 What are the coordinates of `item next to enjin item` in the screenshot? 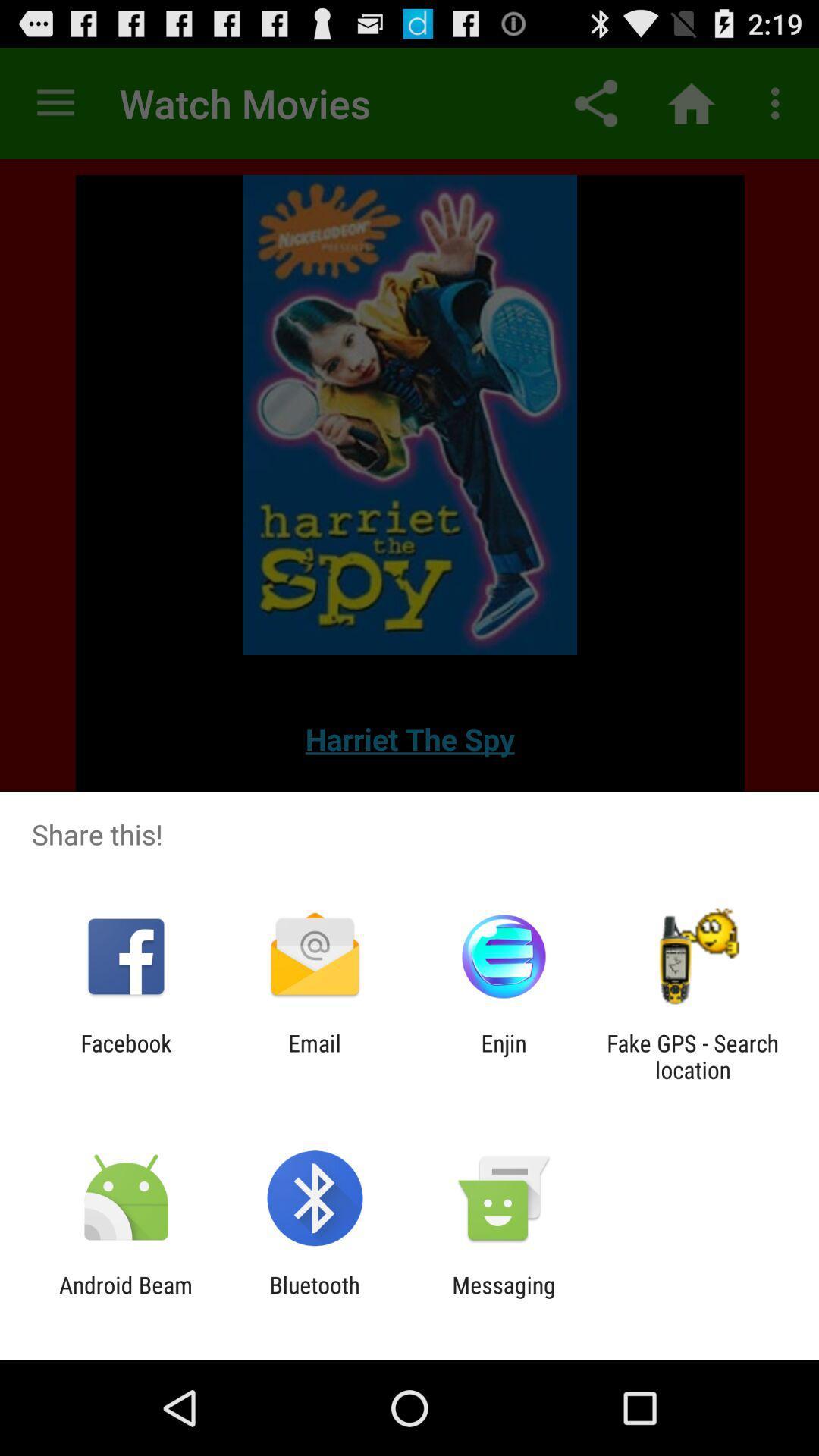 It's located at (692, 1056).